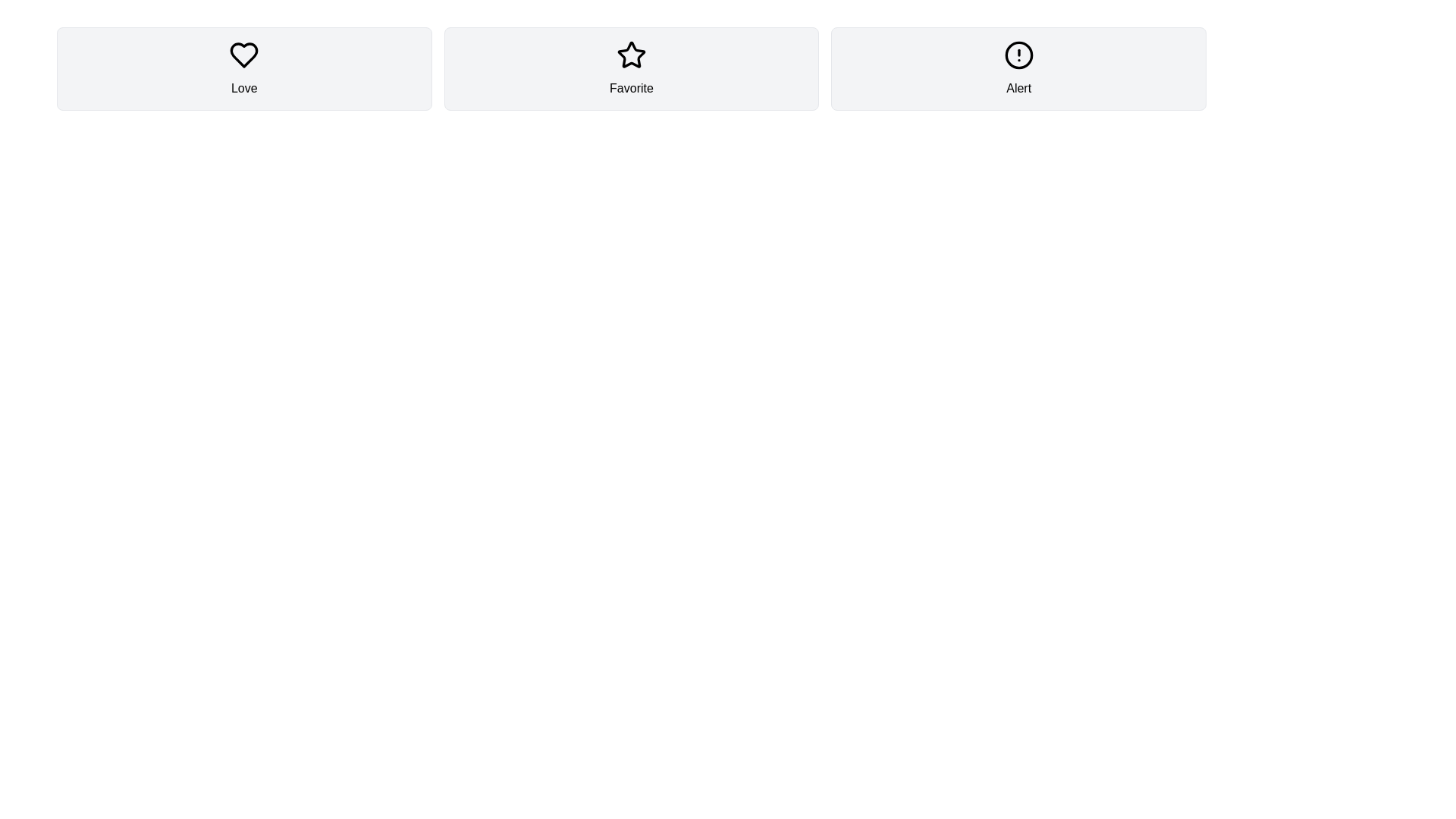 This screenshot has width=1456, height=819. I want to click on the heart-shaped SVG icon, which represents the 'Love' action, so click(244, 55).